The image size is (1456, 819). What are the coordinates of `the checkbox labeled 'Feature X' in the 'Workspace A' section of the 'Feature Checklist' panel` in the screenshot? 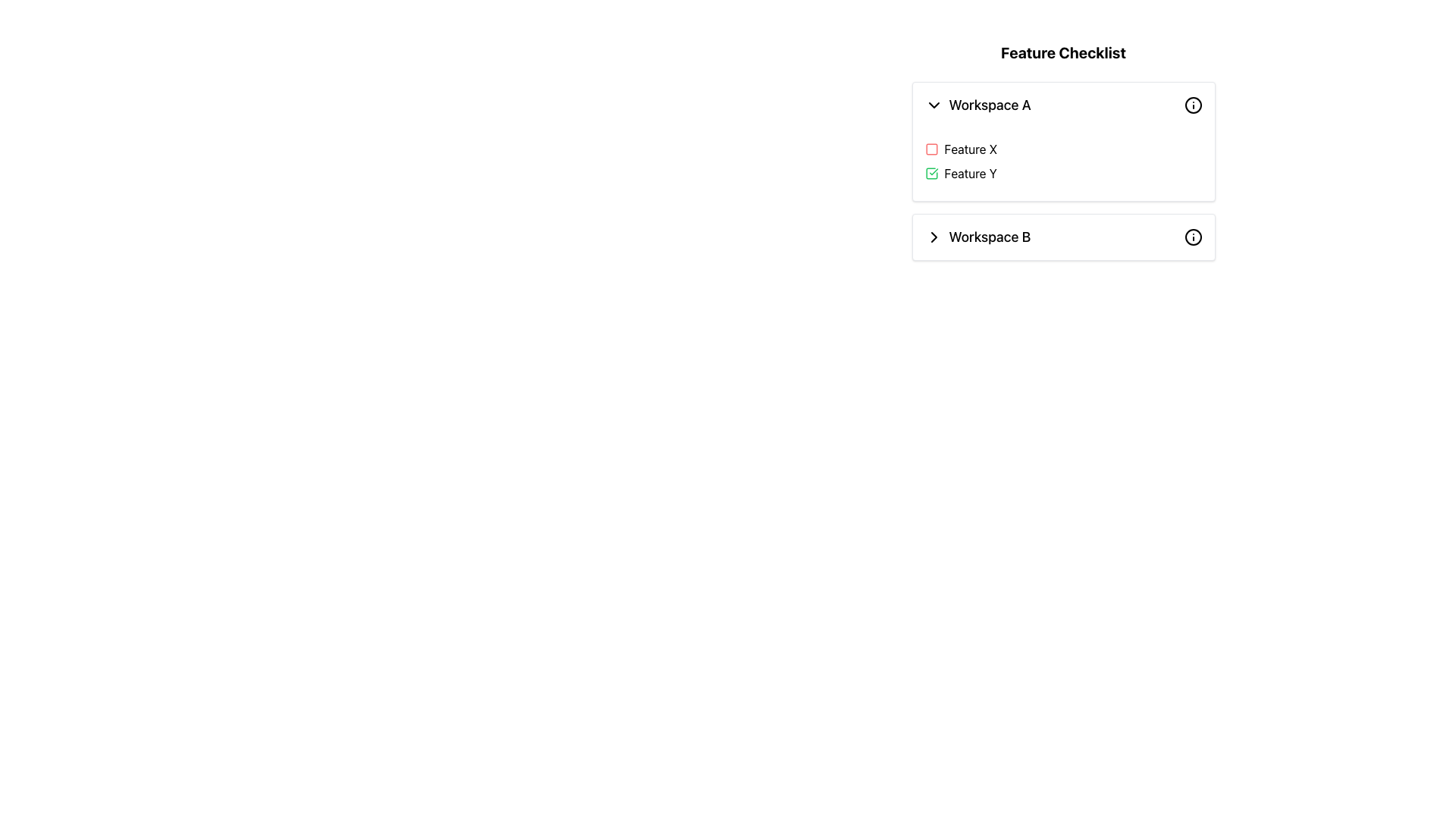 It's located at (960, 149).